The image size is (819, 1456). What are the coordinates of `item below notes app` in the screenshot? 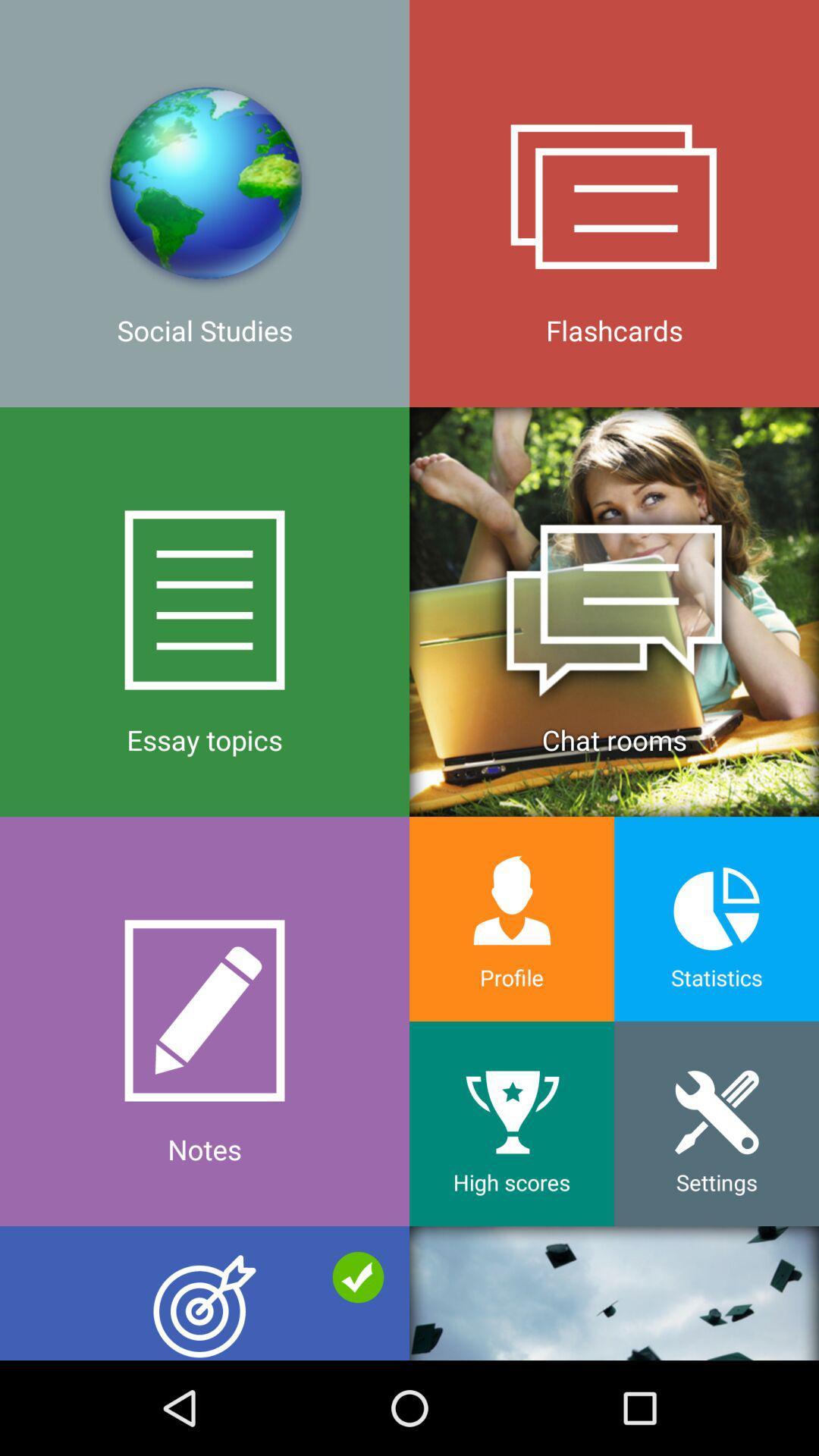 It's located at (614, 1292).